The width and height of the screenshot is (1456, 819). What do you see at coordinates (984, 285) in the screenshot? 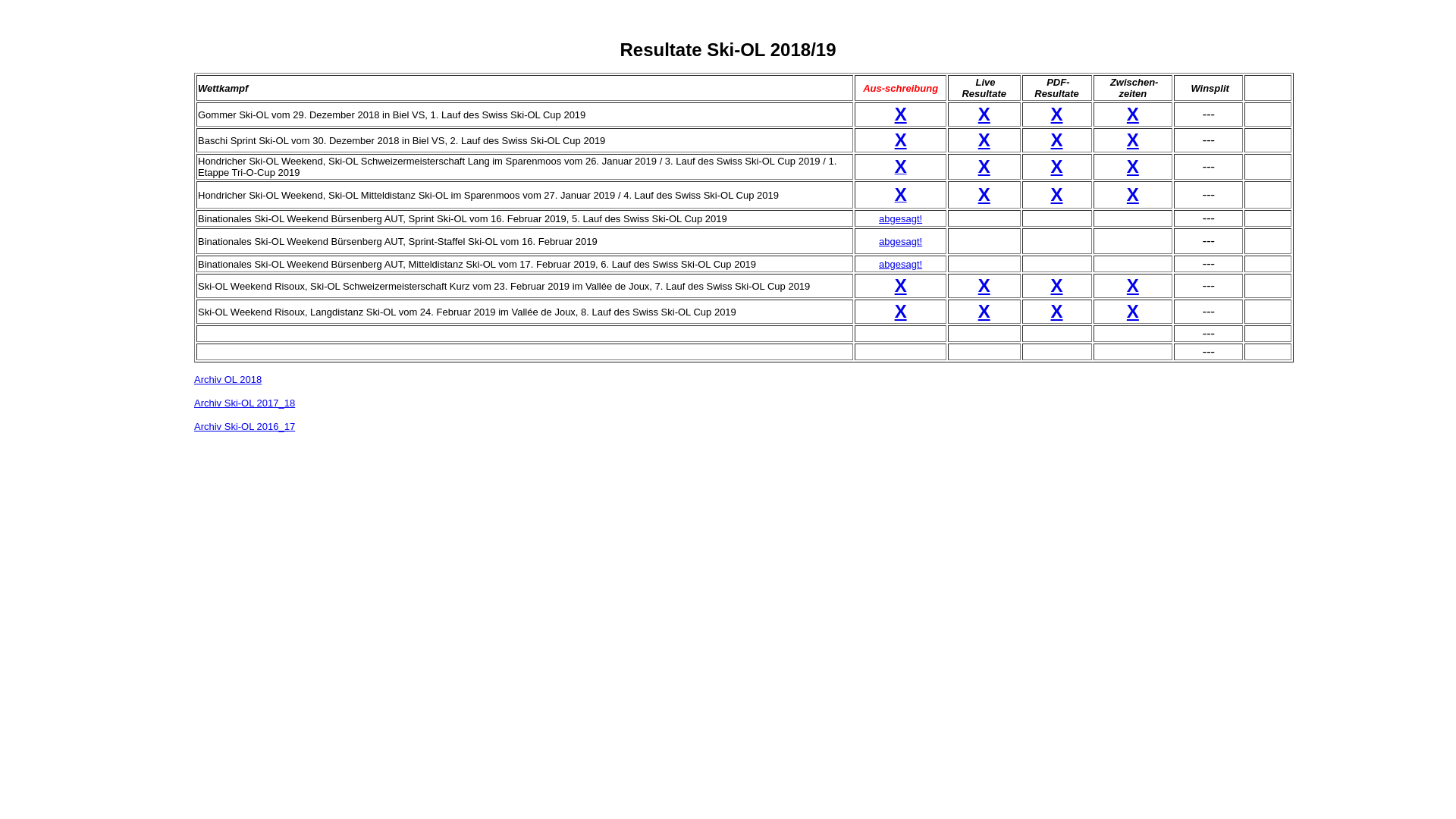
I see `'X'` at bounding box center [984, 285].